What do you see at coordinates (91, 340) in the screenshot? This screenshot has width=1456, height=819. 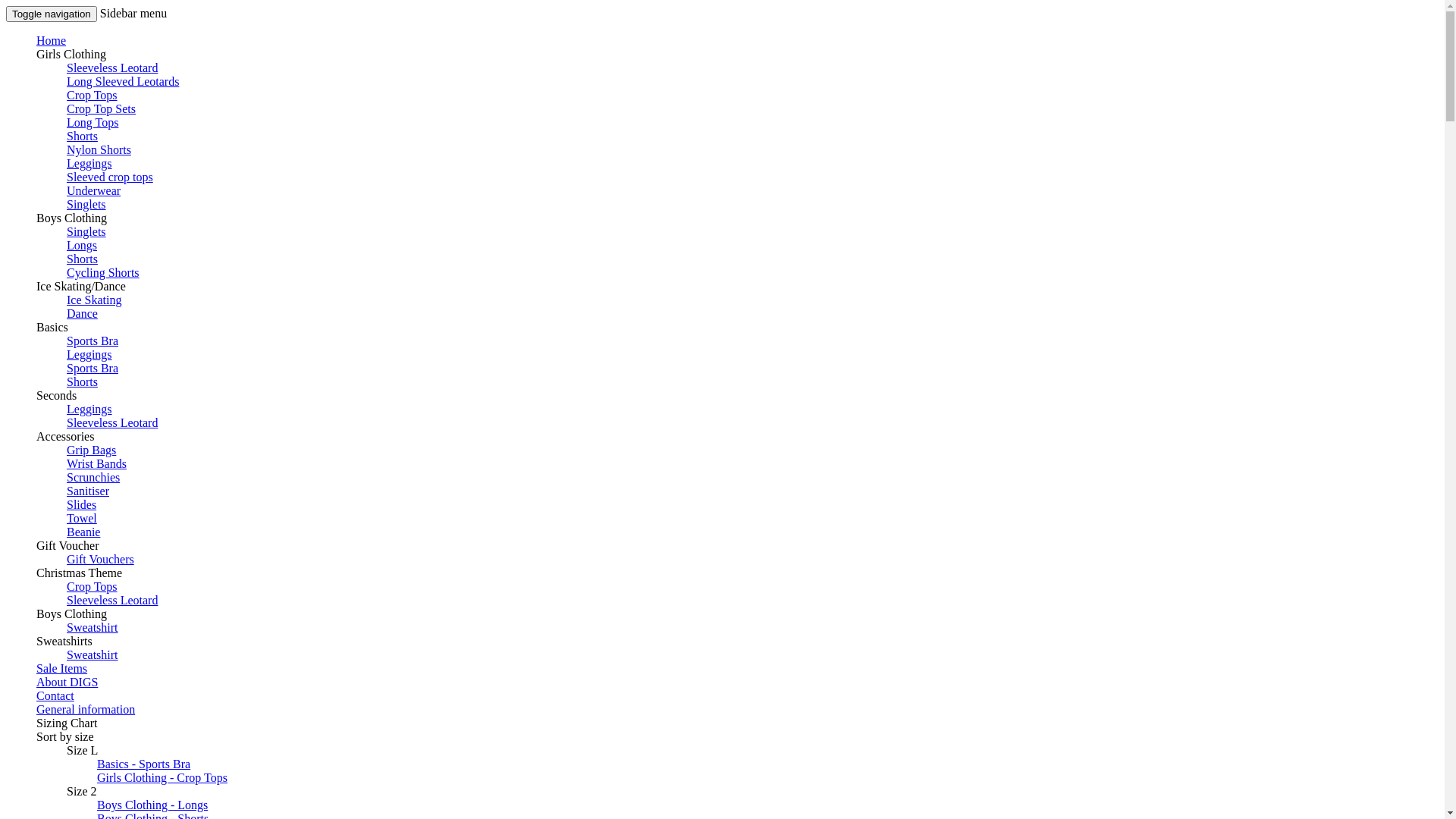 I see `'Sports Bra'` at bounding box center [91, 340].